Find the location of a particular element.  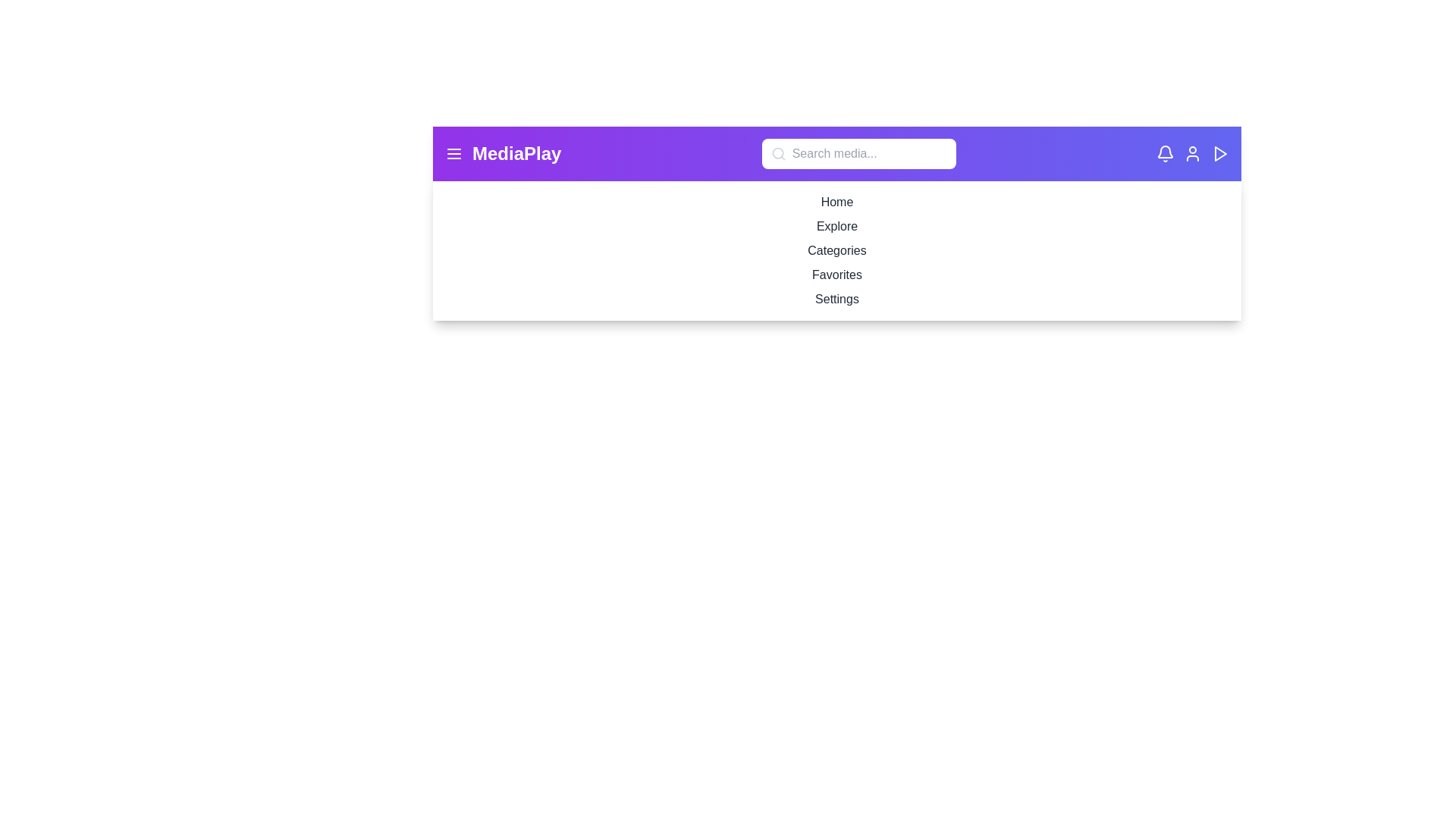

the 'Settings' text link, which is the last item in the vertical navigation menu, to activate its hover styles is located at coordinates (836, 299).